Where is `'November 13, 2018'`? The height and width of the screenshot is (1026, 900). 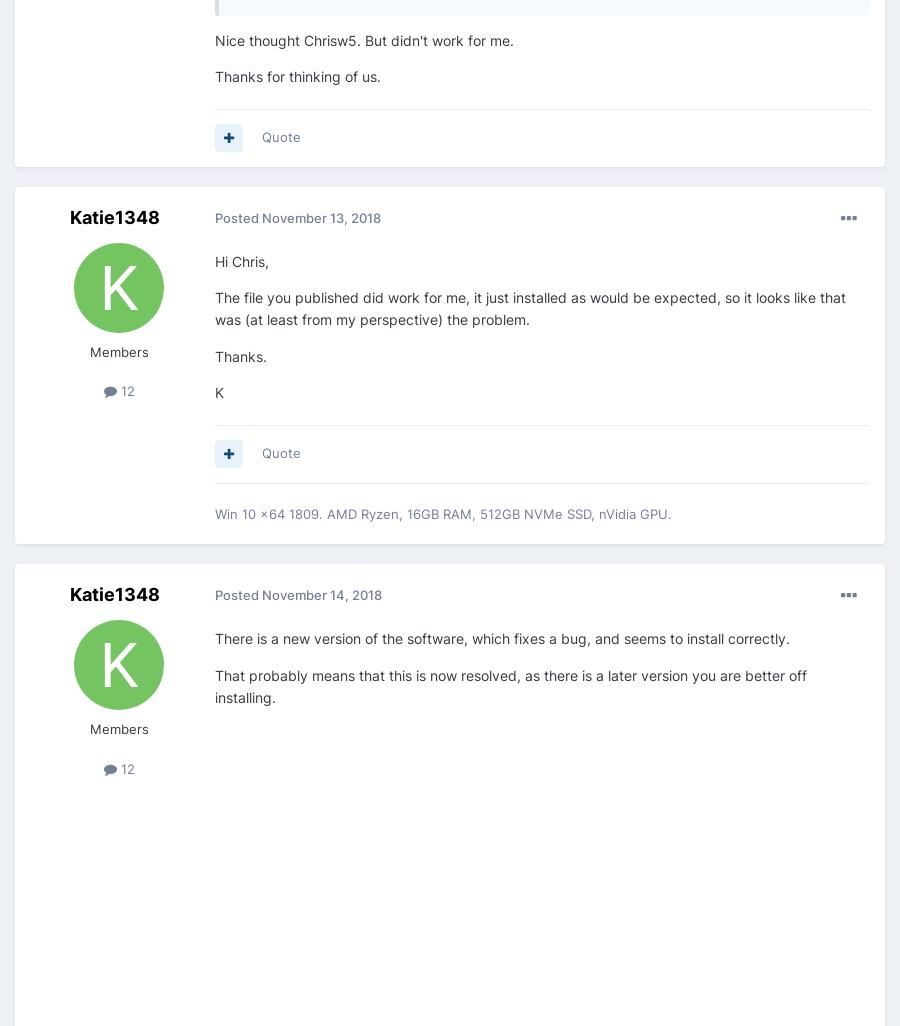
'November 13, 2018' is located at coordinates (320, 216).